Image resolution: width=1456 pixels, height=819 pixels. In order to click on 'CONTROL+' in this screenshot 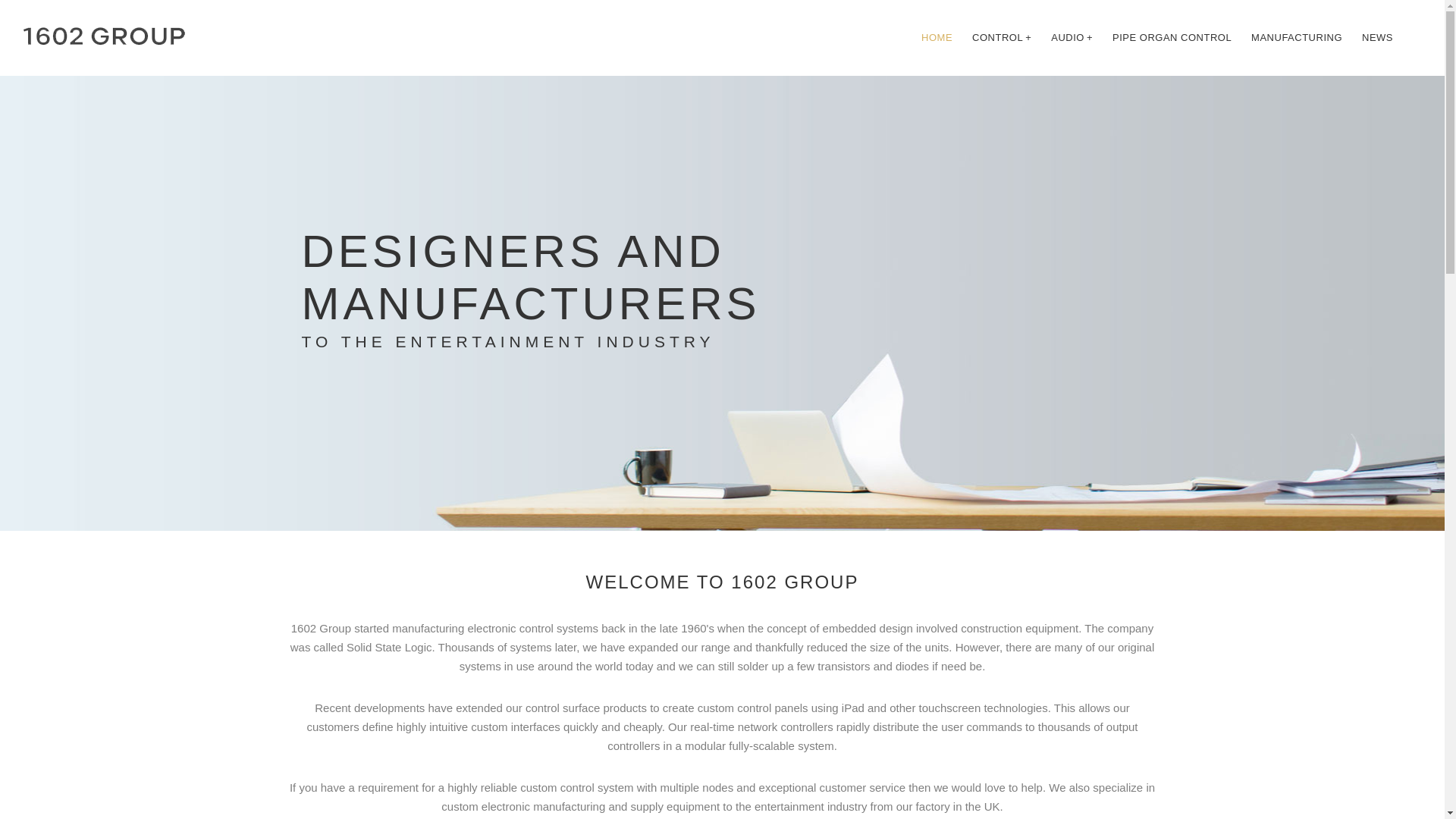, I will do `click(962, 37)`.